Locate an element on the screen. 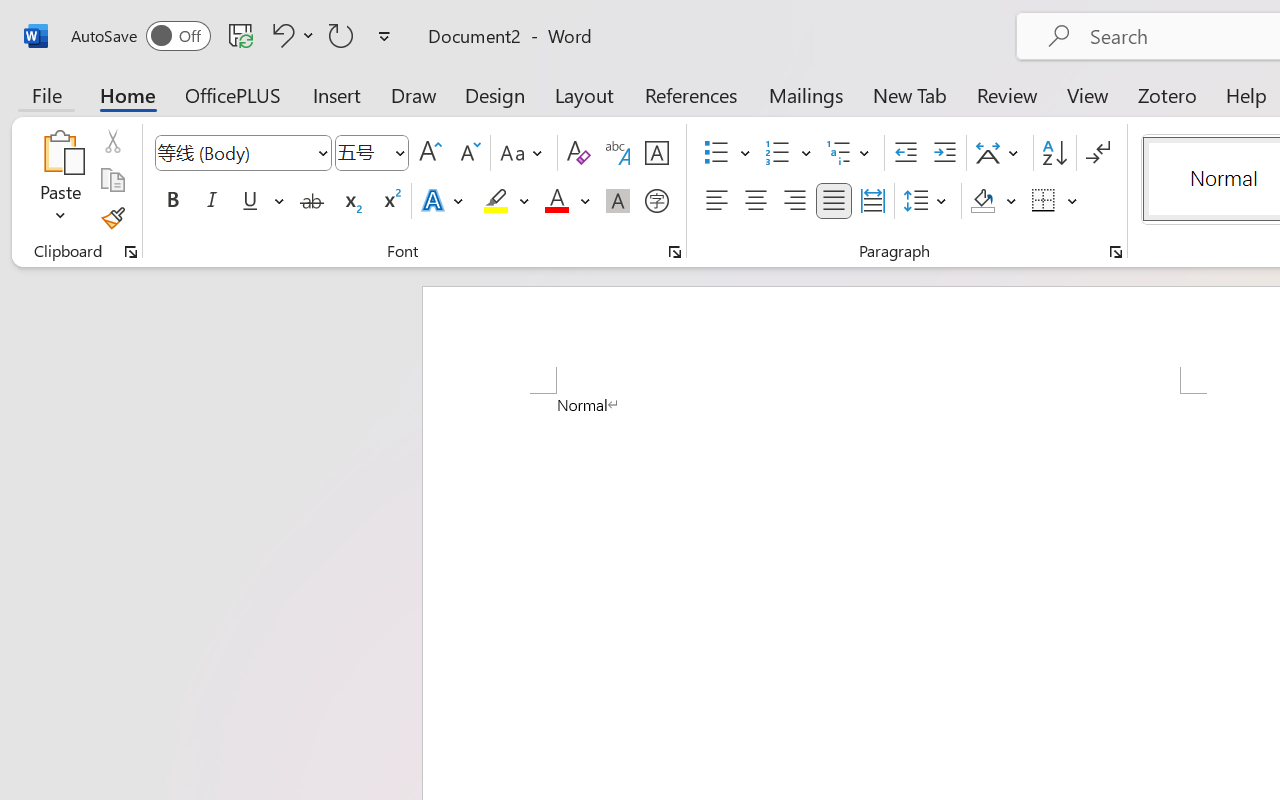  'Text Highlight Color' is located at coordinates (506, 201).